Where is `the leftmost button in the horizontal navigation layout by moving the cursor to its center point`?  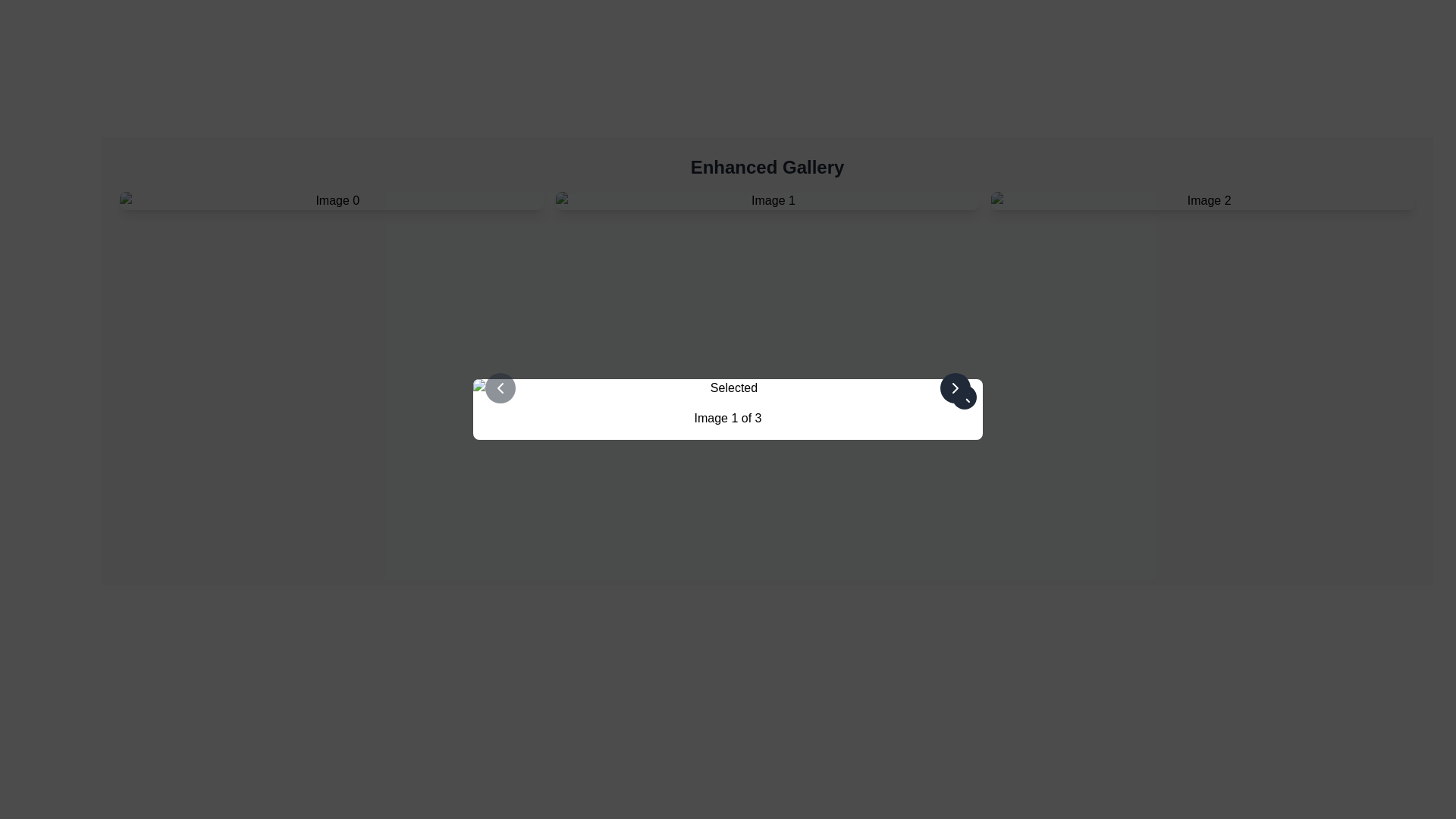
the leftmost button in the horizontal navigation layout by moving the cursor to its center point is located at coordinates (500, 388).